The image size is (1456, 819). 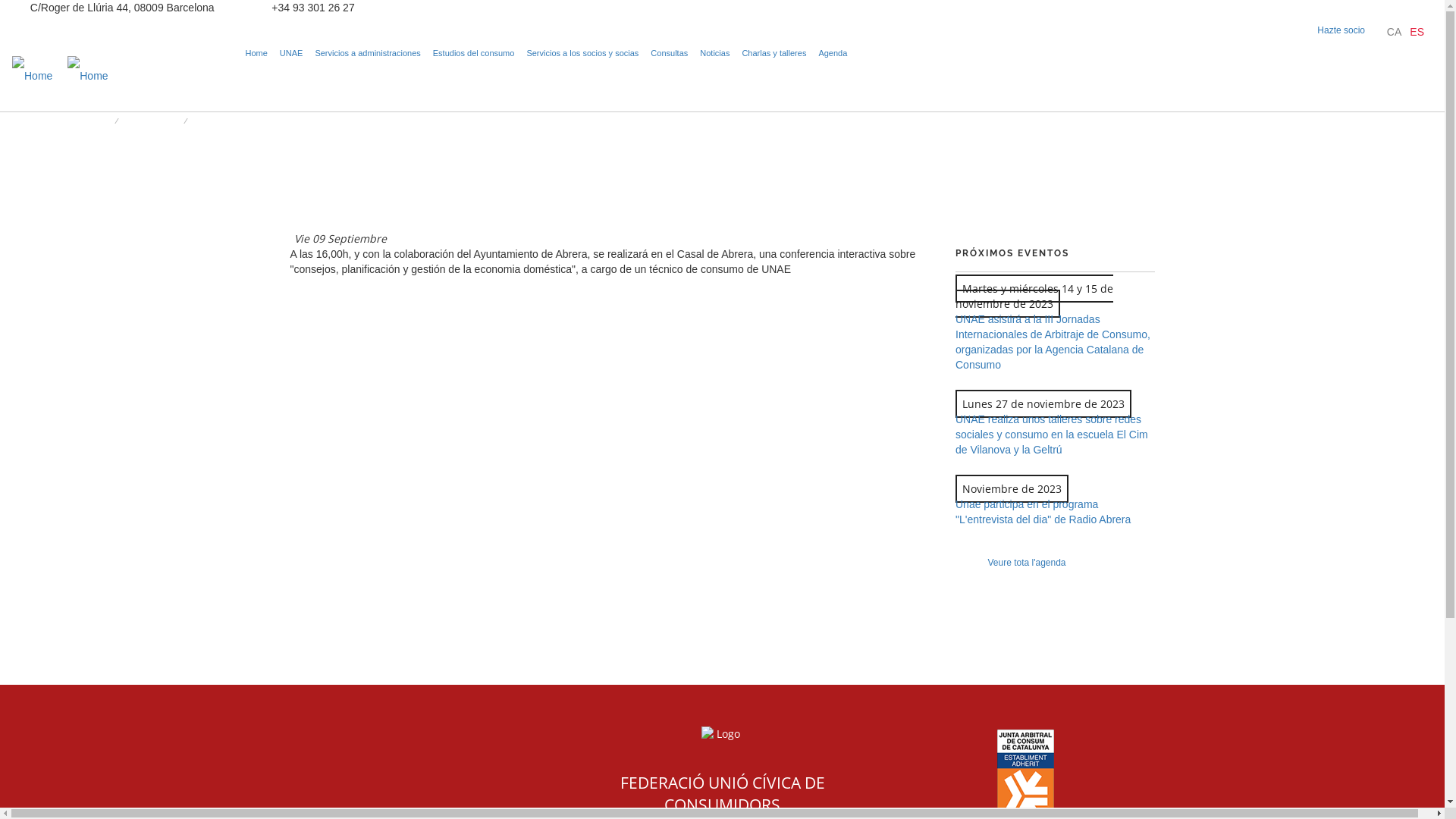 What do you see at coordinates (1408, 32) in the screenshot?
I see `'ES'` at bounding box center [1408, 32].